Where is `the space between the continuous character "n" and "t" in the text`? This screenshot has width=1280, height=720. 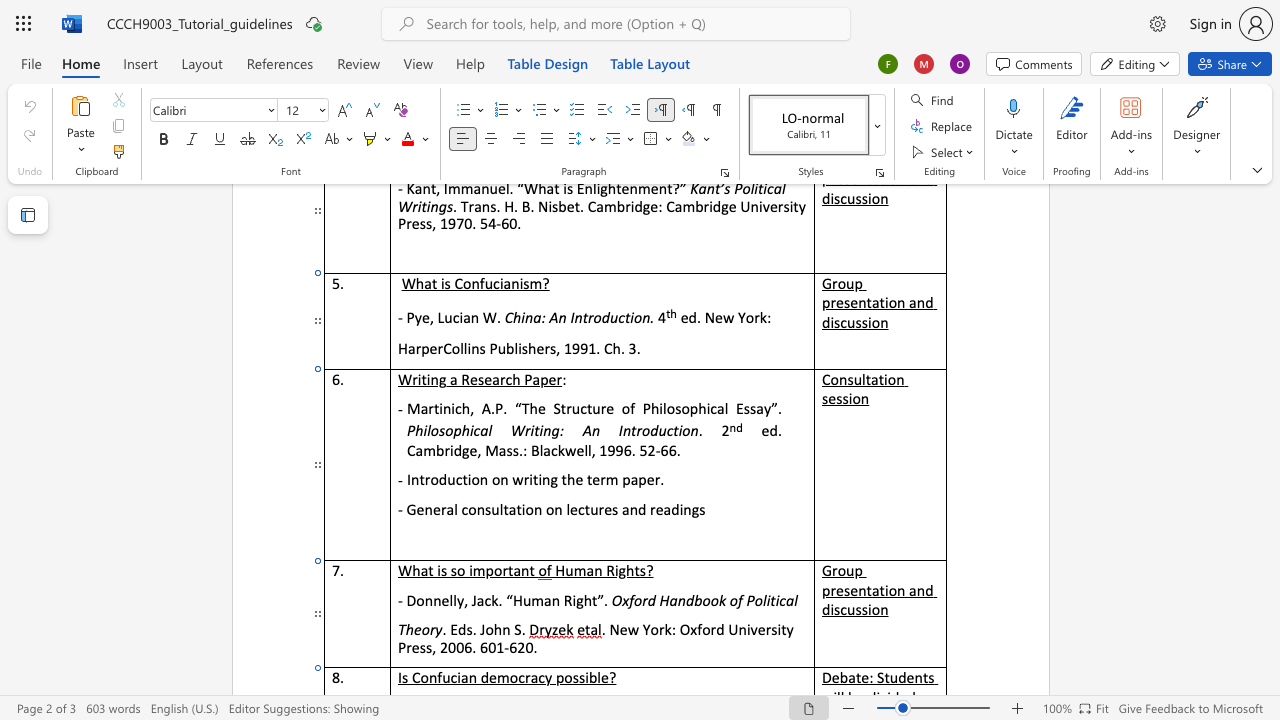
the space between the continuous character "n" and "t" in the text is located at coordinates (865, 588).